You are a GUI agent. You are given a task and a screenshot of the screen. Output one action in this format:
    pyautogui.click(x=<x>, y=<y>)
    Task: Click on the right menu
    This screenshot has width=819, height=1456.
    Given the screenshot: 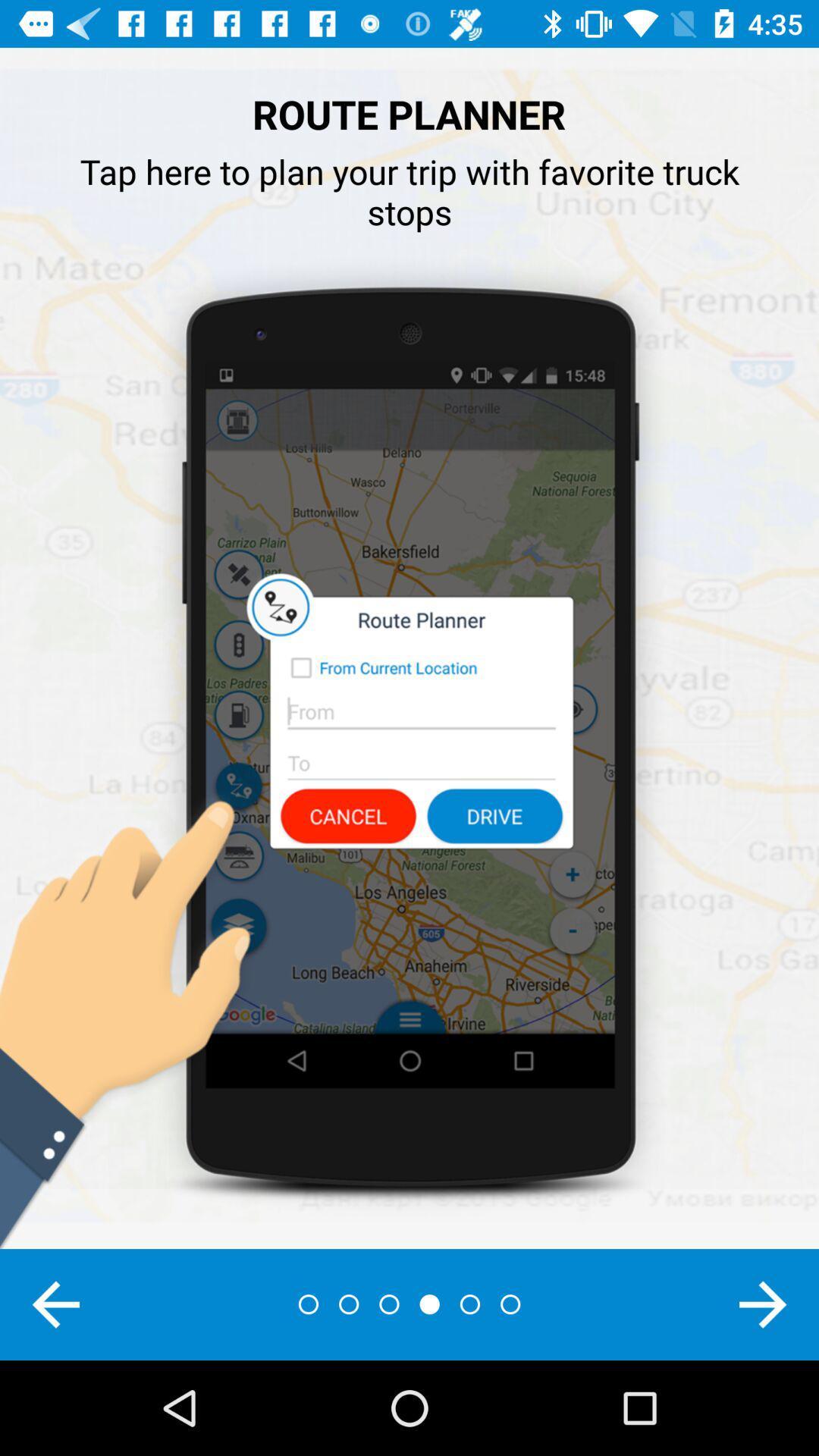 What is the action you would take?
    pyautogui.click(x=763, y=1304)
    